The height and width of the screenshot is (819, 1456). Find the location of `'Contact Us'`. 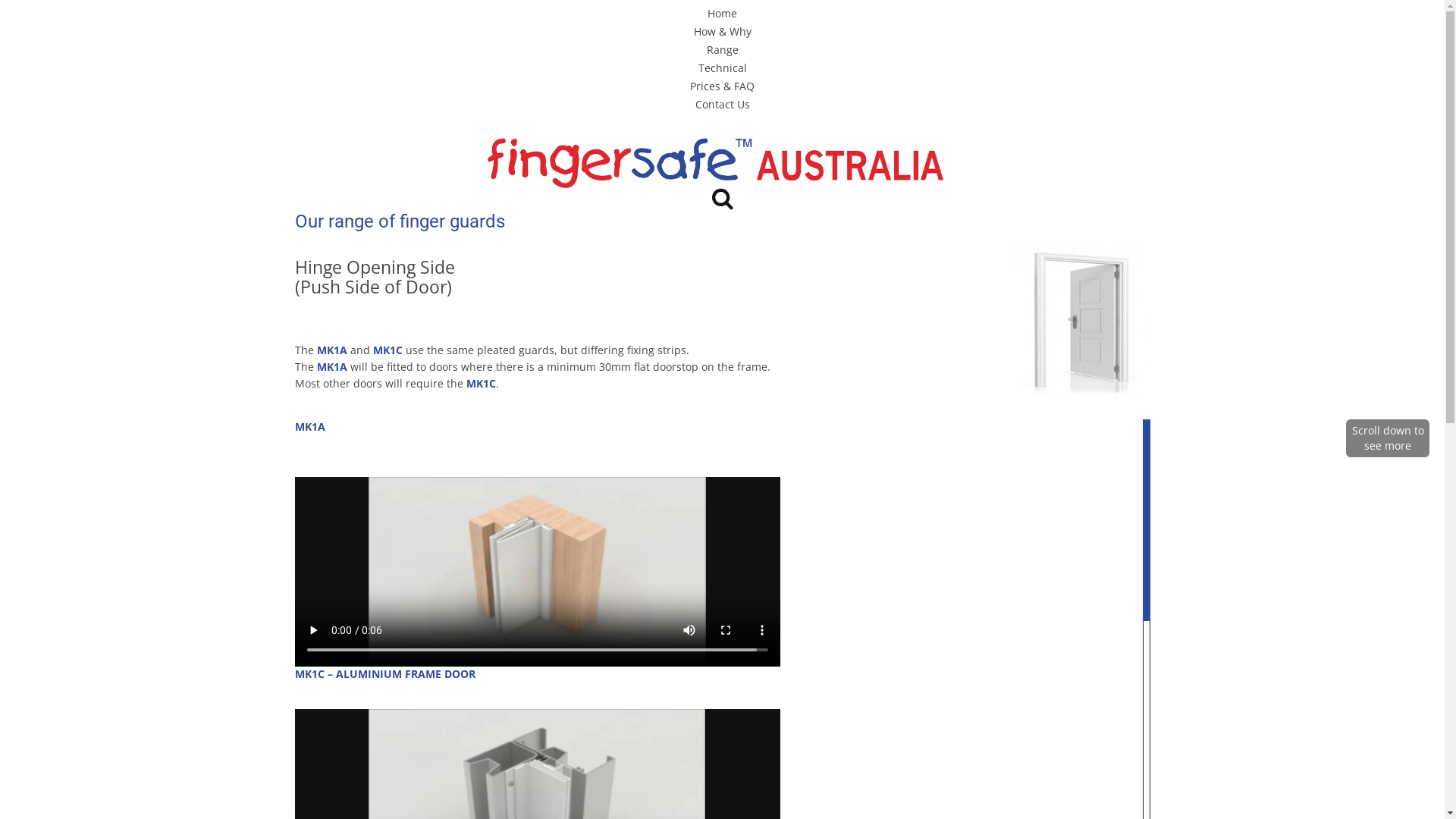

'Contact Us' is located at coordinates (720, 103).